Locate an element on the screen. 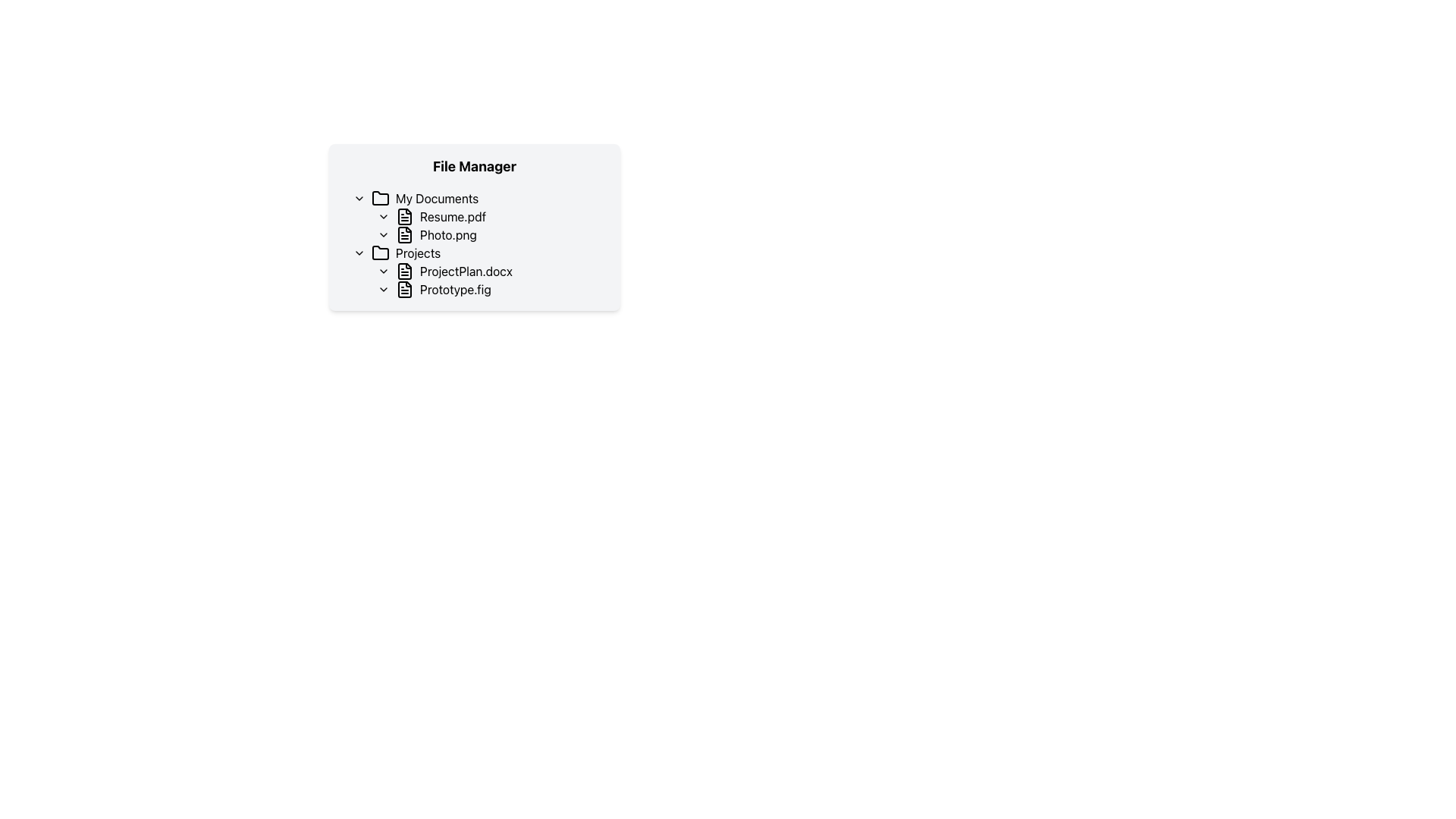 This screenshot has height=819, width=1456. the 'Prototype.fig' file entry, which is the second entry is located at coordinates (492, 289).